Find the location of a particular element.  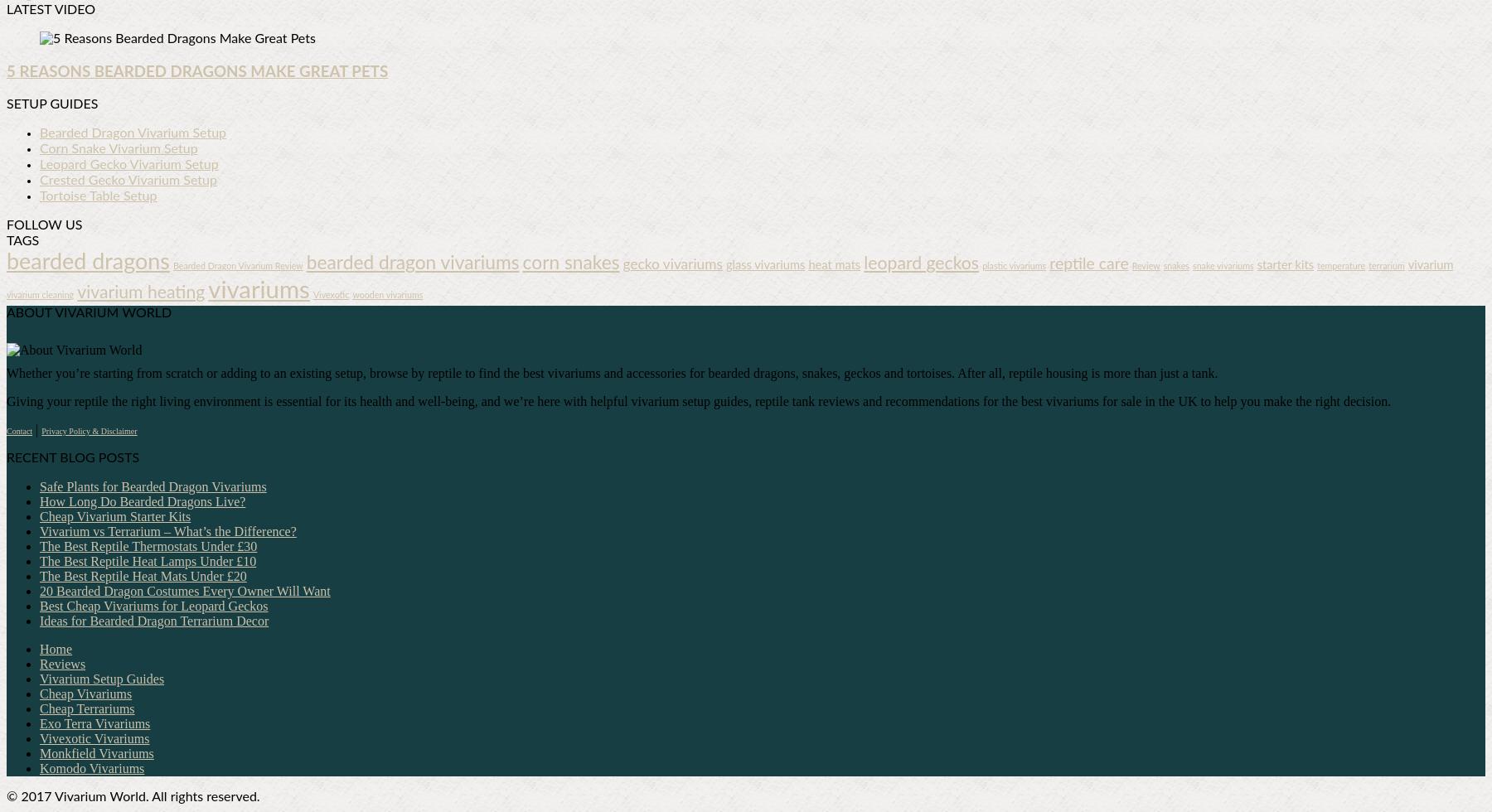

'vivarium heating' is located at coordinates (140, 292).